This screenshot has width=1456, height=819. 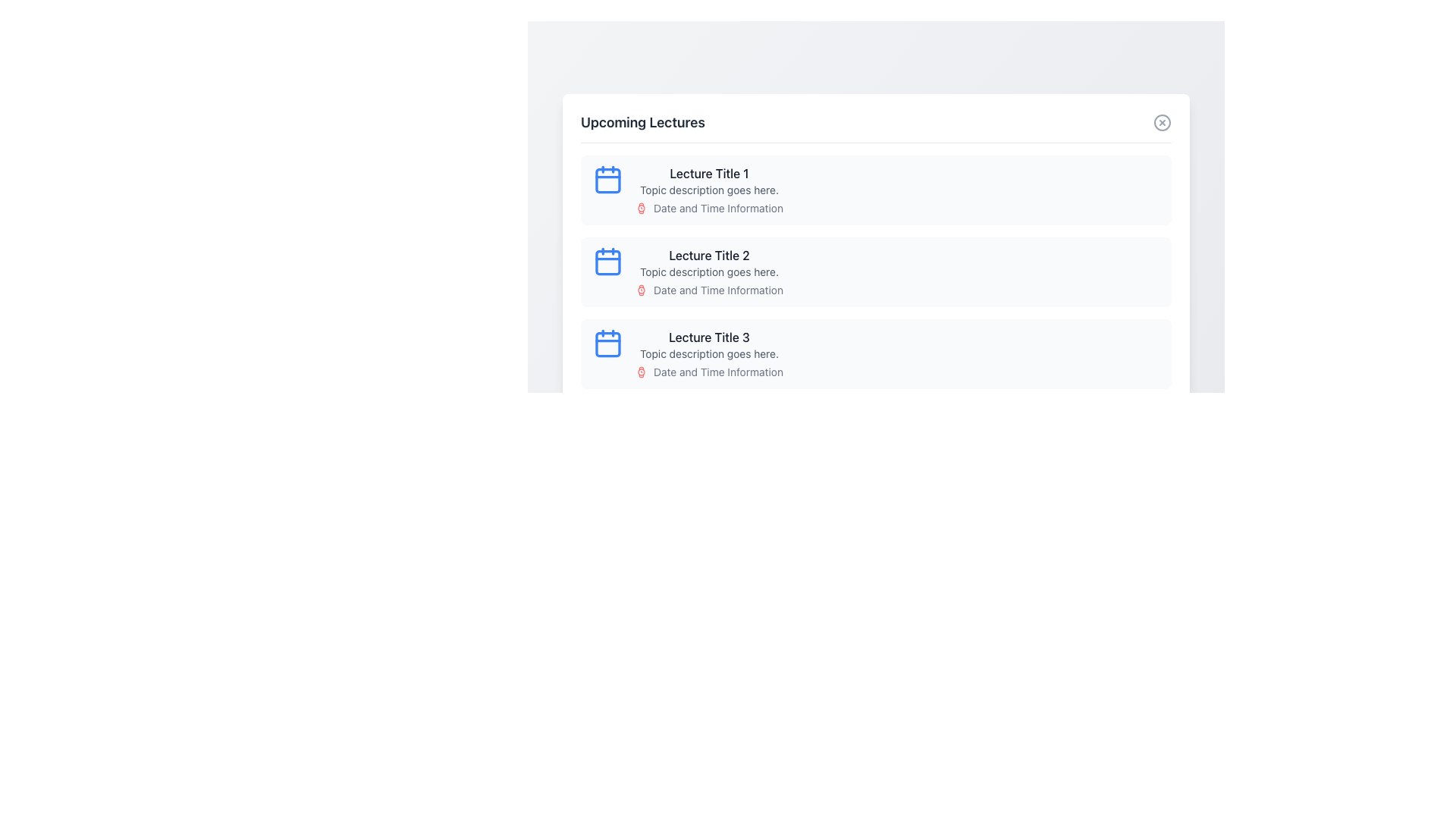 What do you see at coordinates (1162, 122) in the screenshot?
I see `the close button located at the far-right end of the title bar of the 'Upcoming Lectures' section` at bounding box center [1162, 122].